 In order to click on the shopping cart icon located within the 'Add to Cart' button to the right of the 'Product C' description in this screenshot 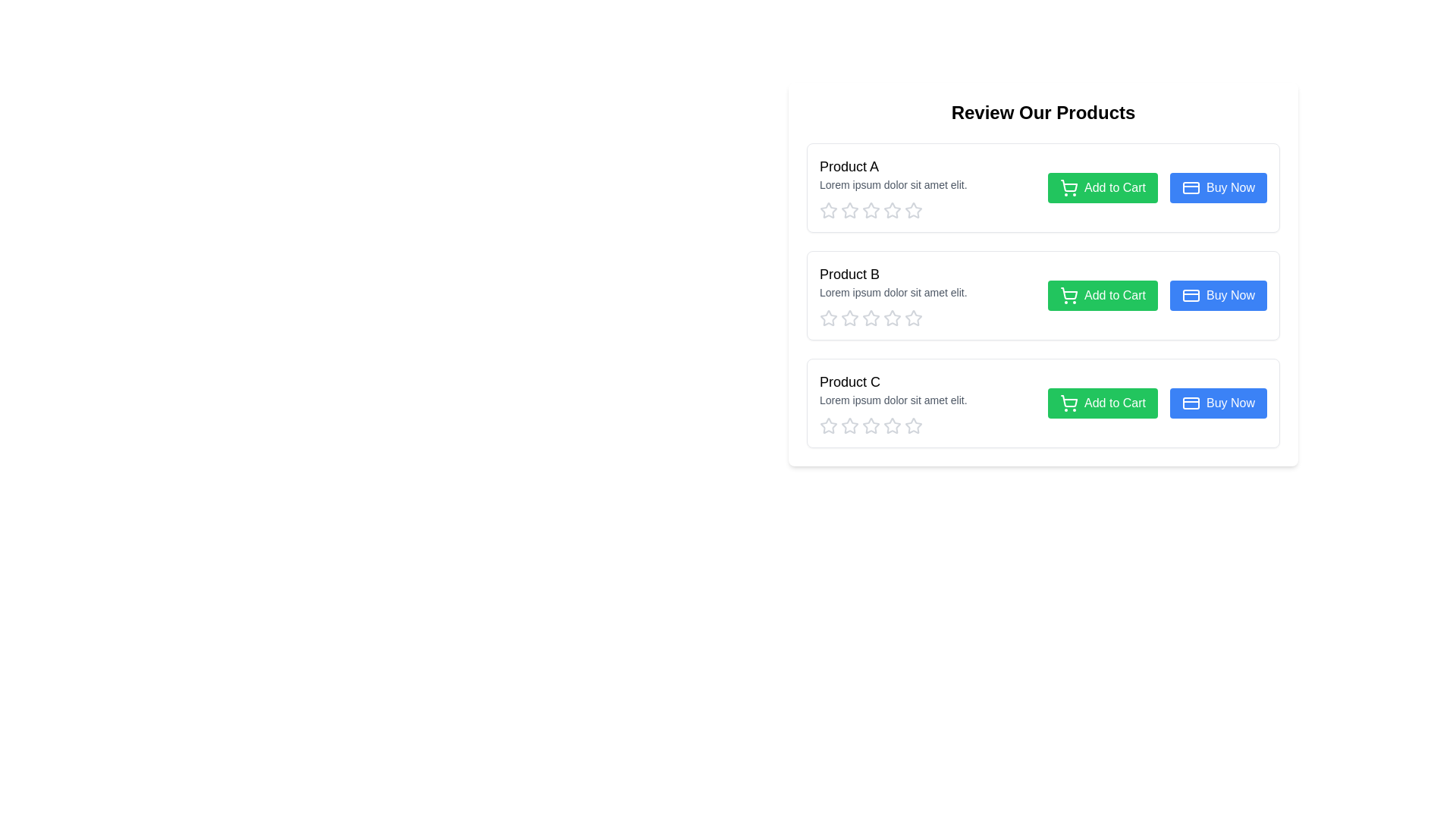, I will do `click(1068, 403)`.